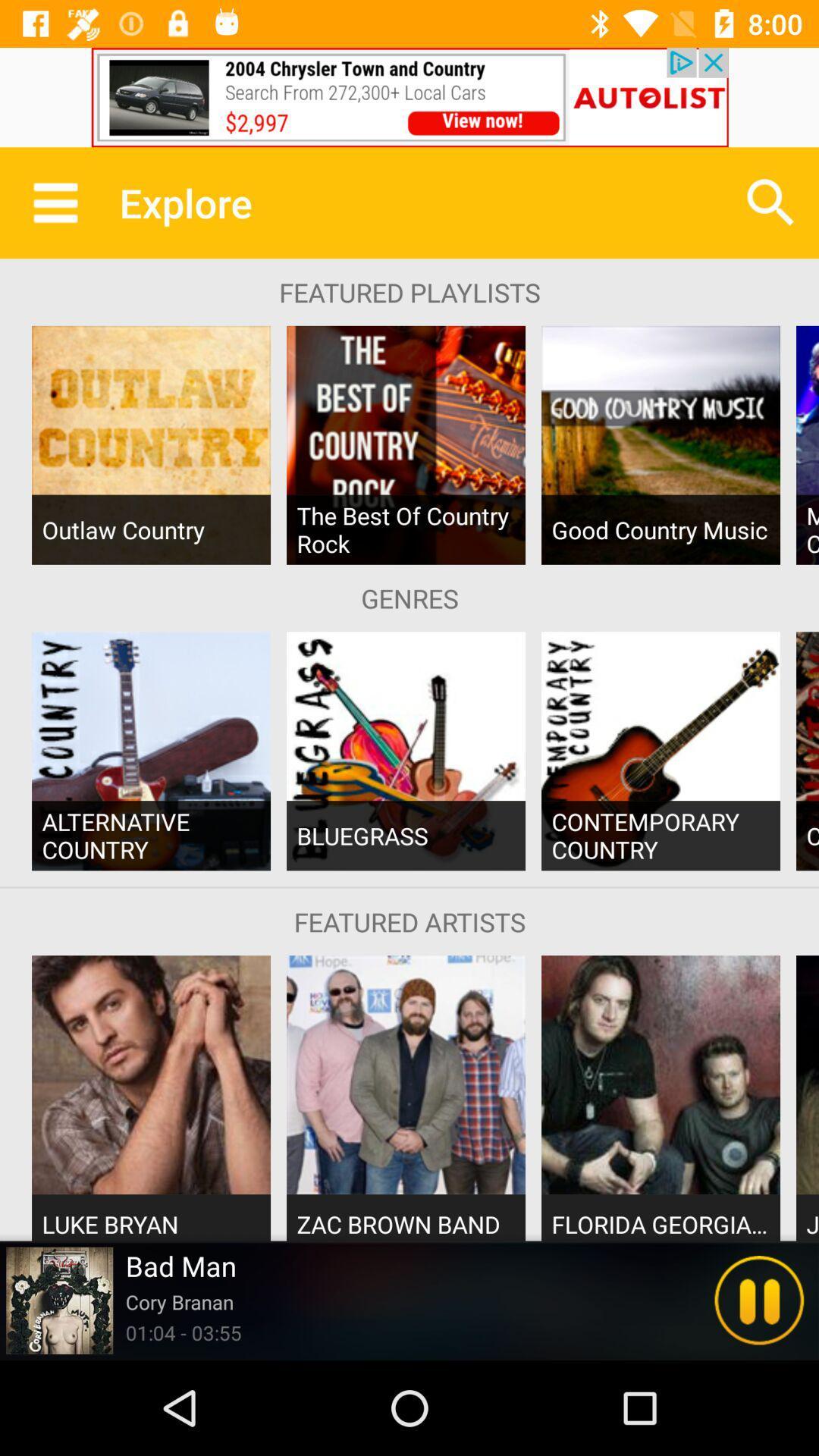 The height and width of the screenshot is (1456, 819). What do you see at coordinates (759, 1300) in the screenshot?
I see `the pause icon` at bounding box center [759, 1300].